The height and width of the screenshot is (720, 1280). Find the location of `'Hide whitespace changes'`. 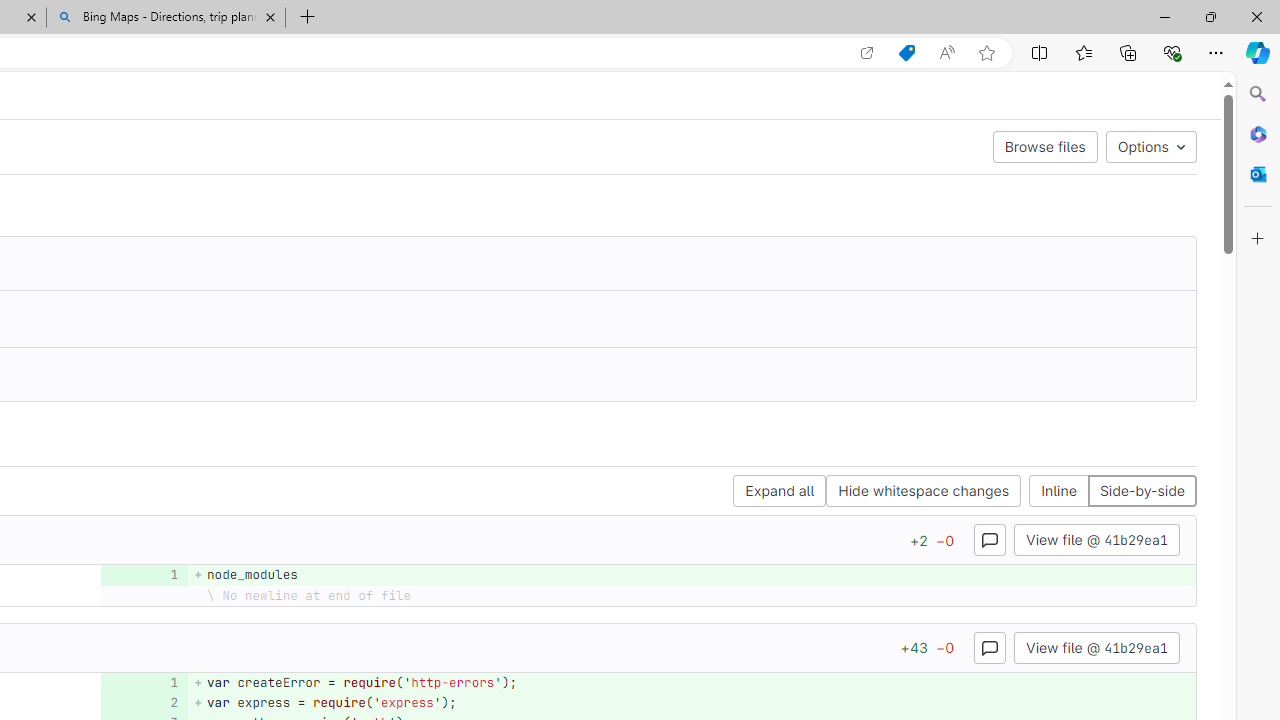

'Hide whitespace changes' is located at coordinates (922, 491).